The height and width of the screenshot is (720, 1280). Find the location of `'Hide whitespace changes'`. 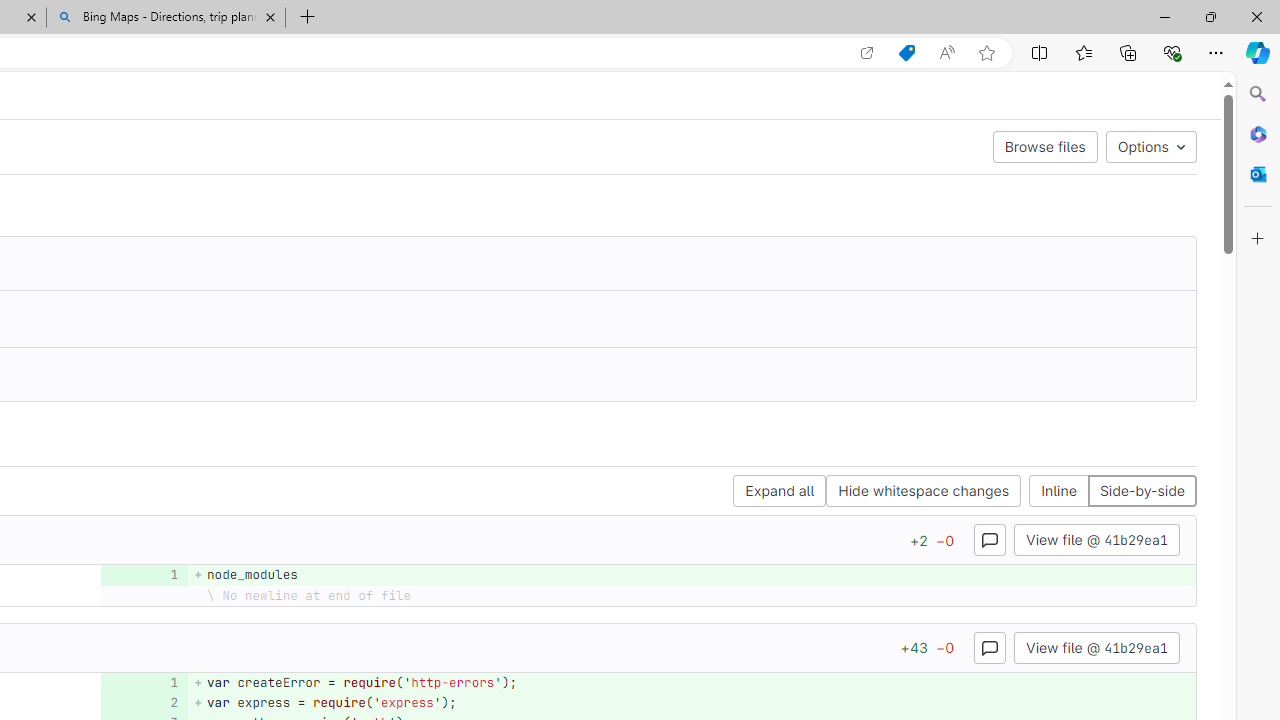

'Hide whitespace changes' is located at coordinates (922, 491).